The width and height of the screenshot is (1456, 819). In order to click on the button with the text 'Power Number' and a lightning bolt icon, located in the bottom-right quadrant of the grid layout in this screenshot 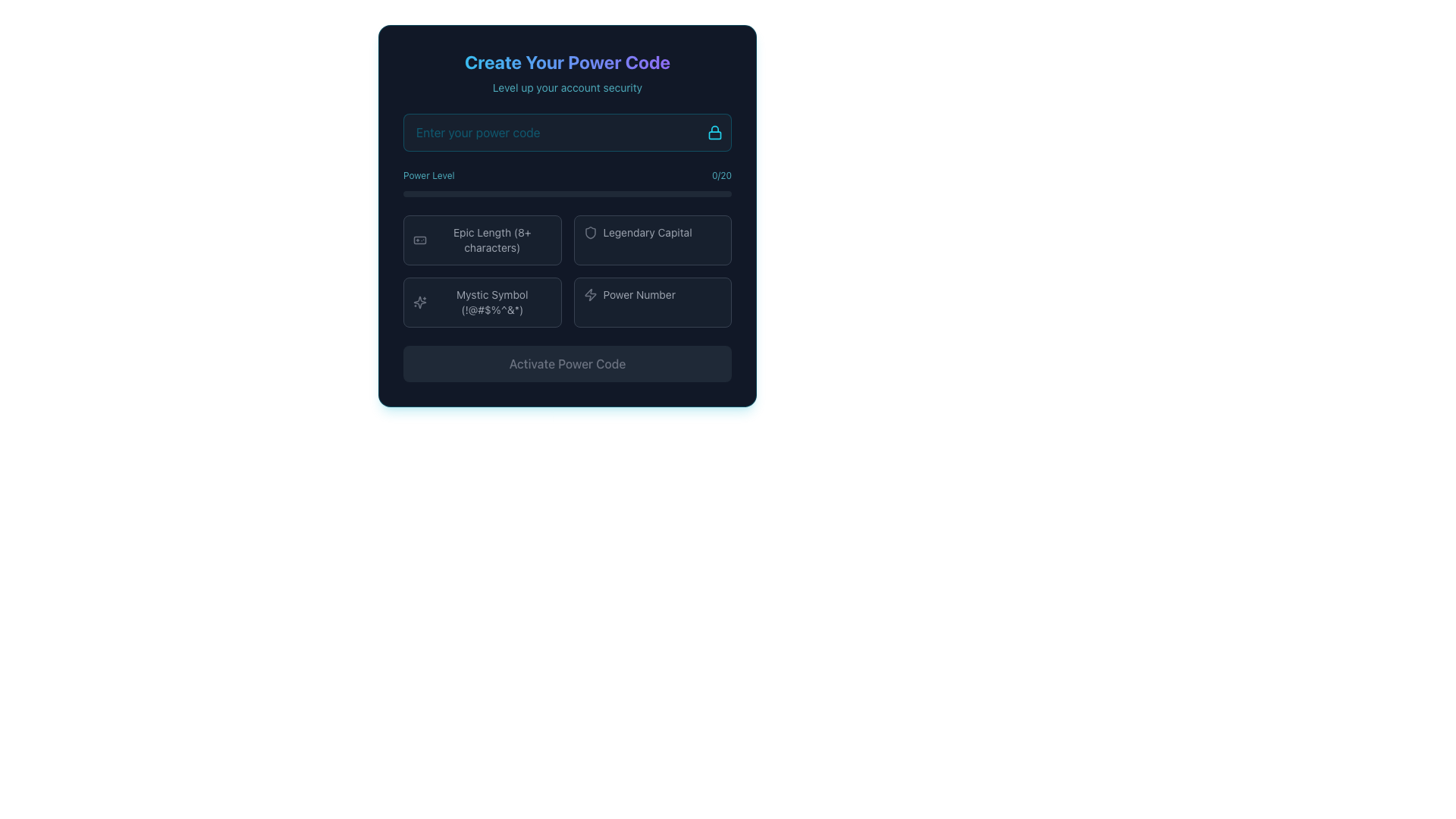, I will do `click(652, 302)`.